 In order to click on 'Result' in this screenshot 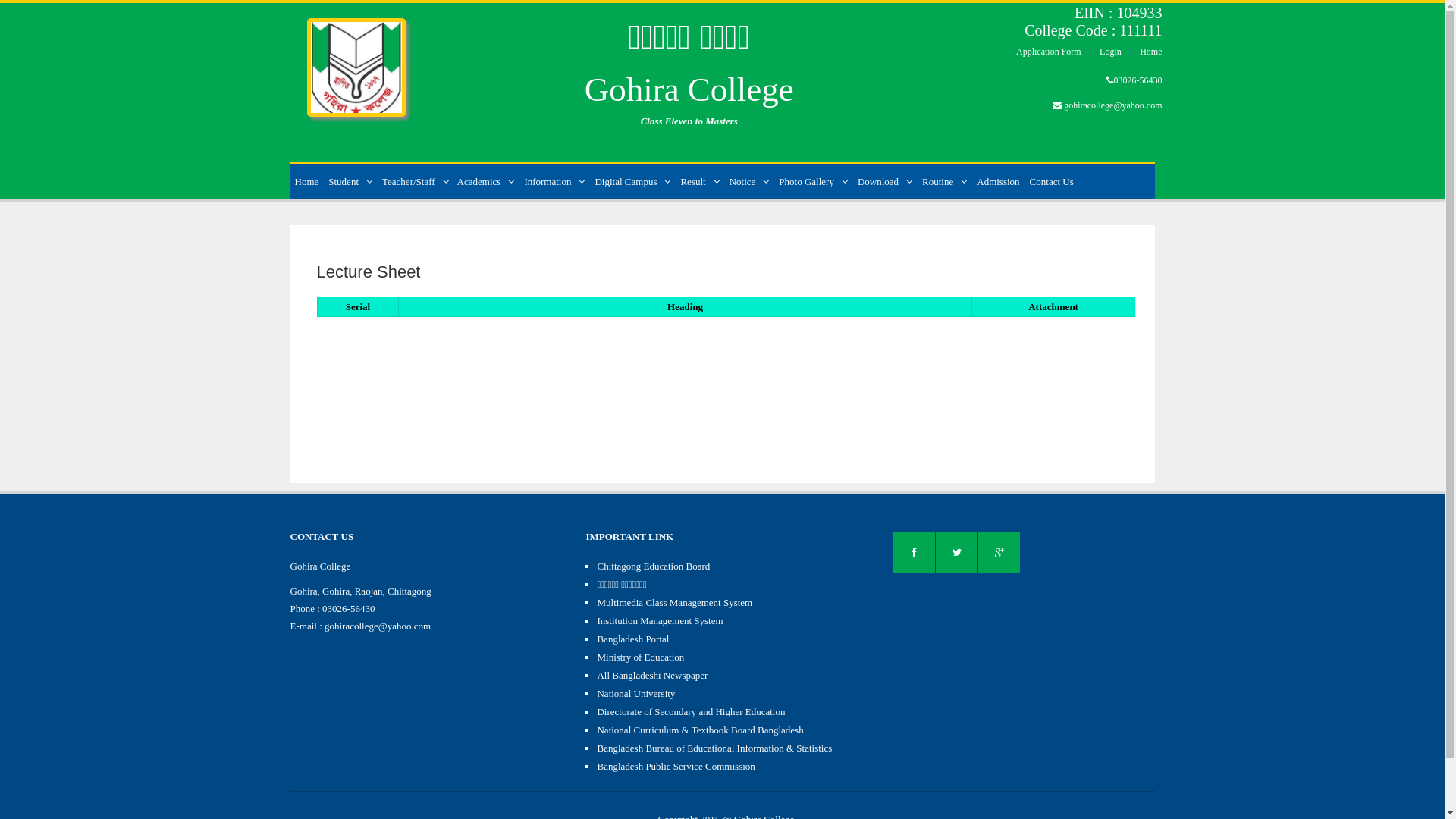, I will do `click(675, 180)`.